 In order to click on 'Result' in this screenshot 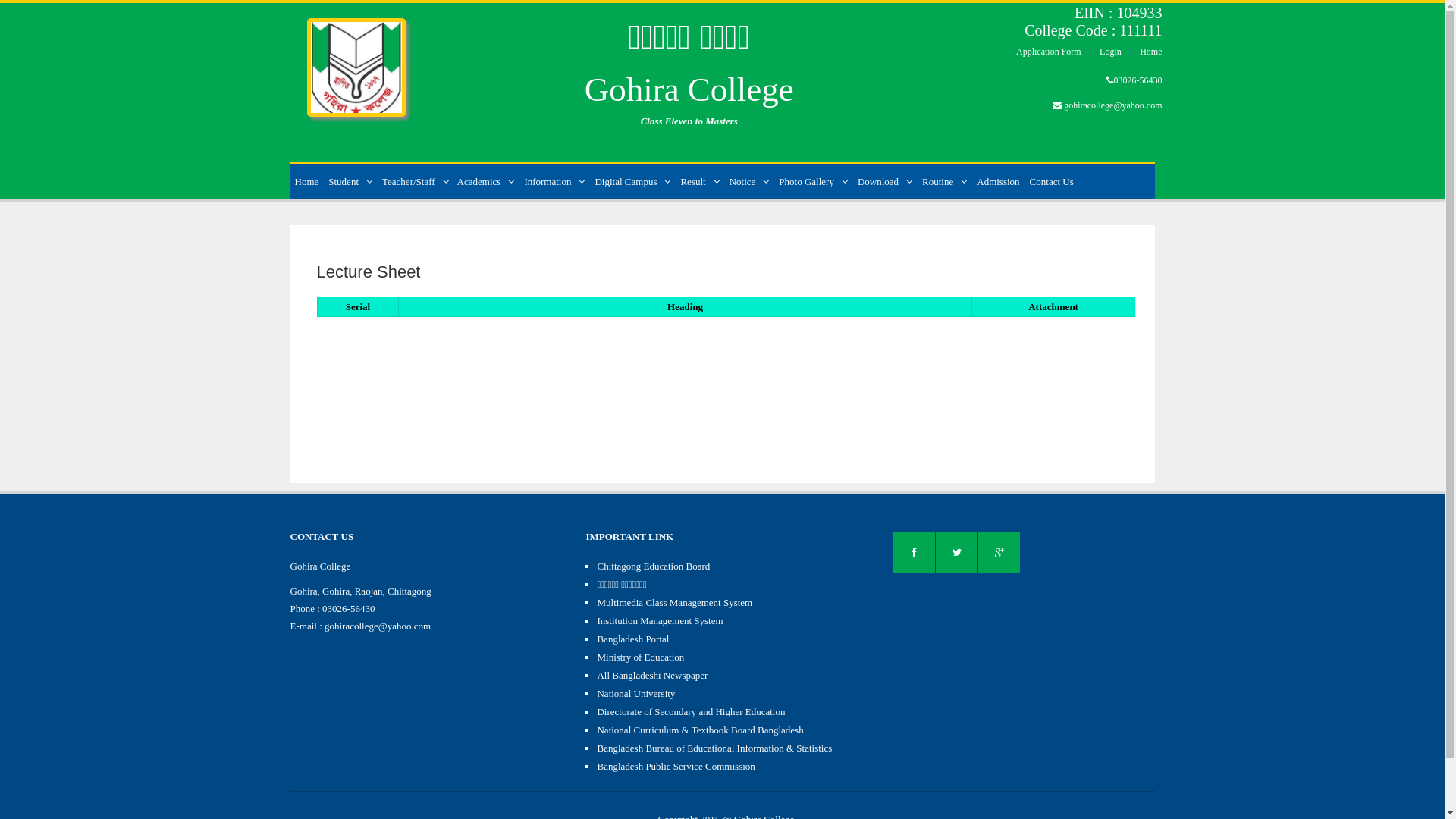, I will do `click(675, 180)`.